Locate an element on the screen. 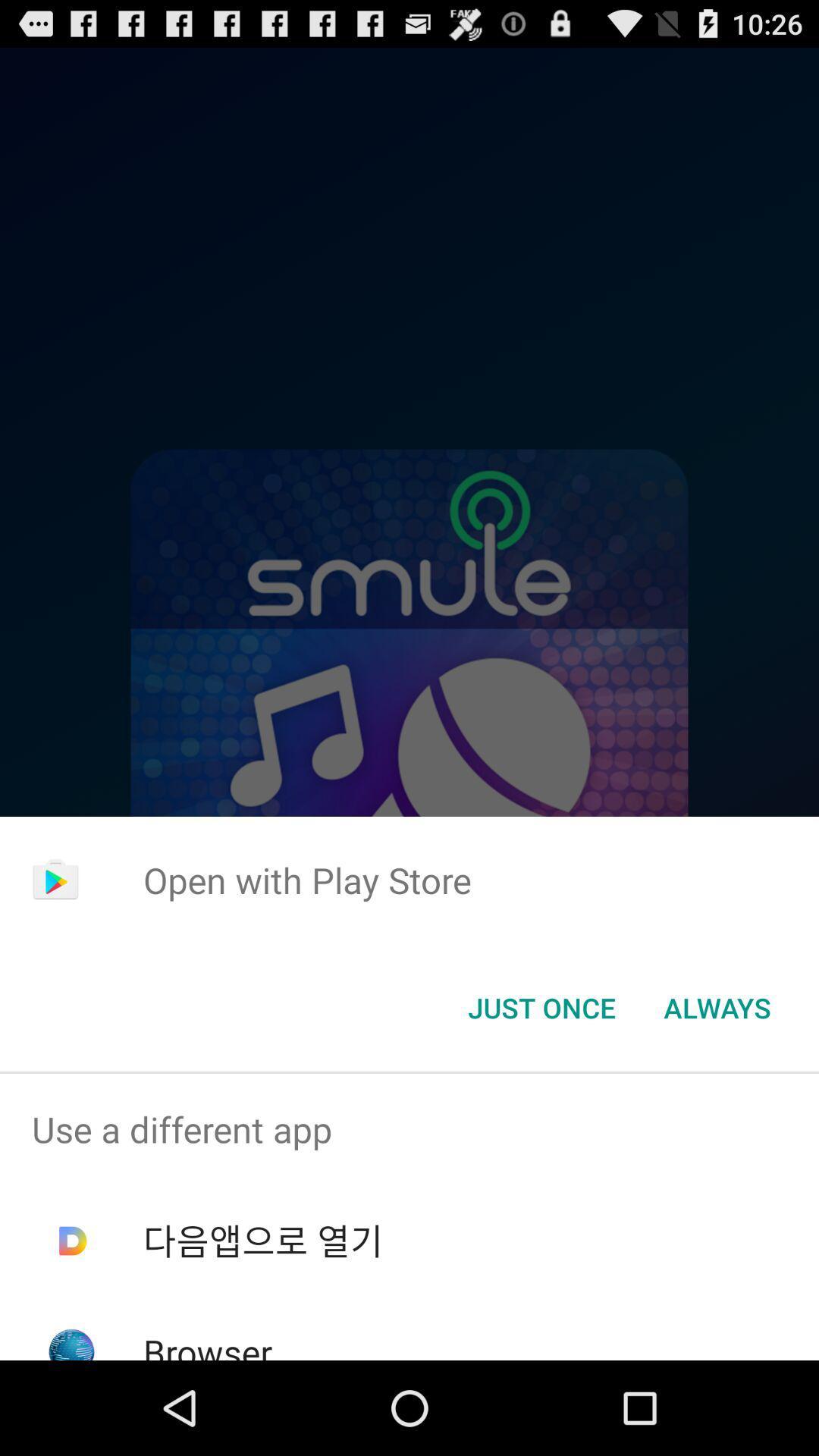 This screenshot has width=819, height=1456. use a different icon is located at coordinates (409, 1129).